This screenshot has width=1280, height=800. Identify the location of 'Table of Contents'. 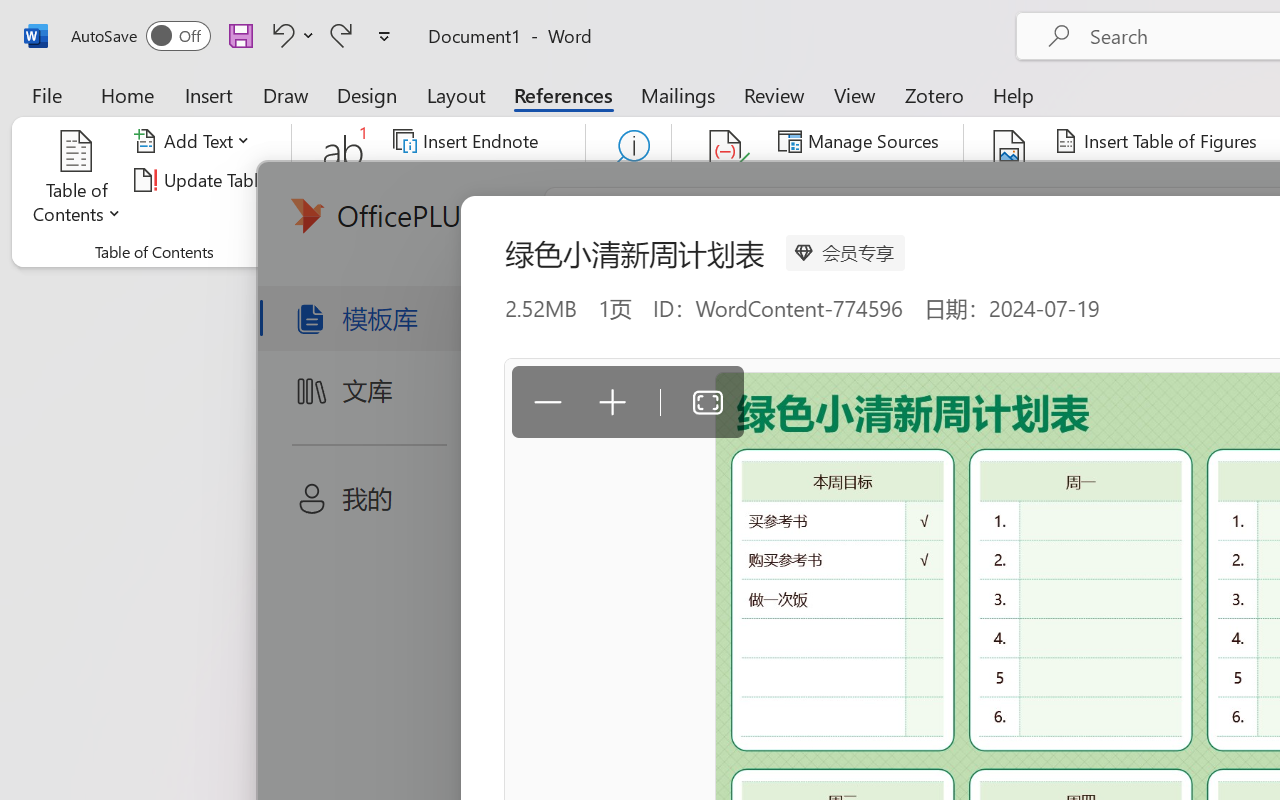
(77, 179).